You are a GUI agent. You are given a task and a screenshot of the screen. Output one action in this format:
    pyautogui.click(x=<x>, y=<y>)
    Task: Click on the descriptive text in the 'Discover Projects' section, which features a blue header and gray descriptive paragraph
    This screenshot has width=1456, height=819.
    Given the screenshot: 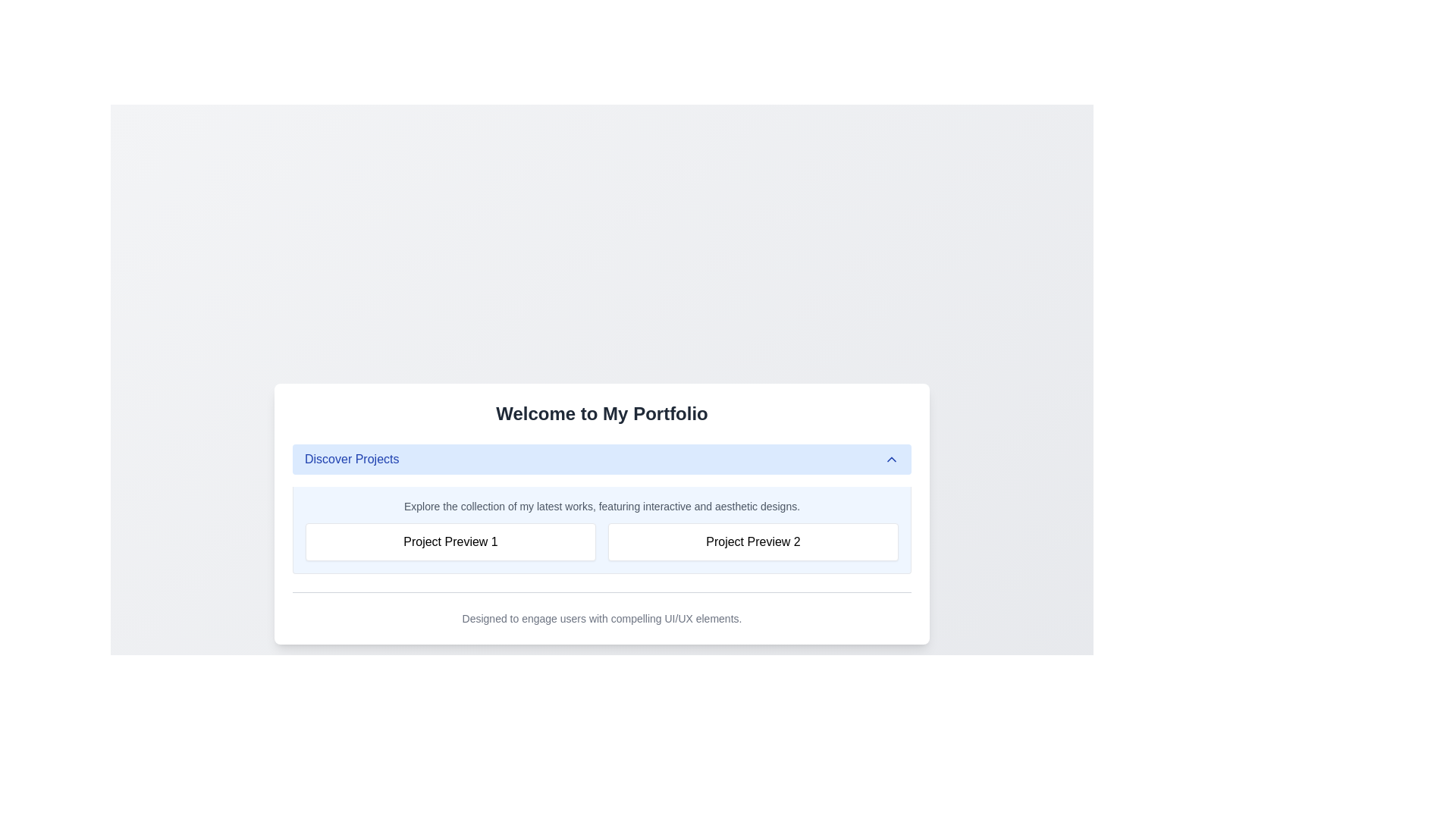 What is the action you would take?
    pyautogui.click(x=601, y=509)
    